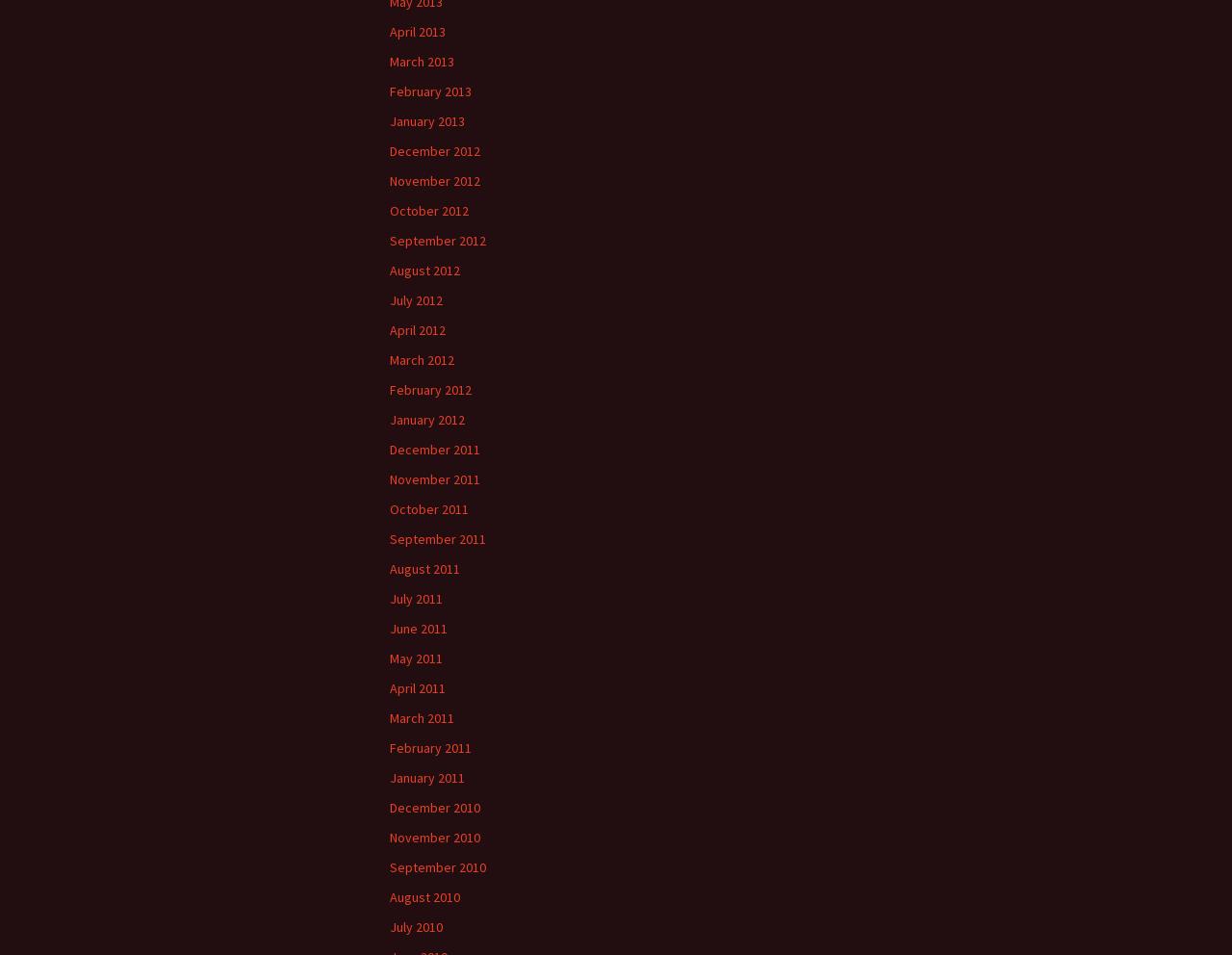 The height and width of the screenshot is (955, 1232). What do you see at coordinates (433, 179) in the screenshot?
I see `'November 2012'` at bounding box center [433, 179].